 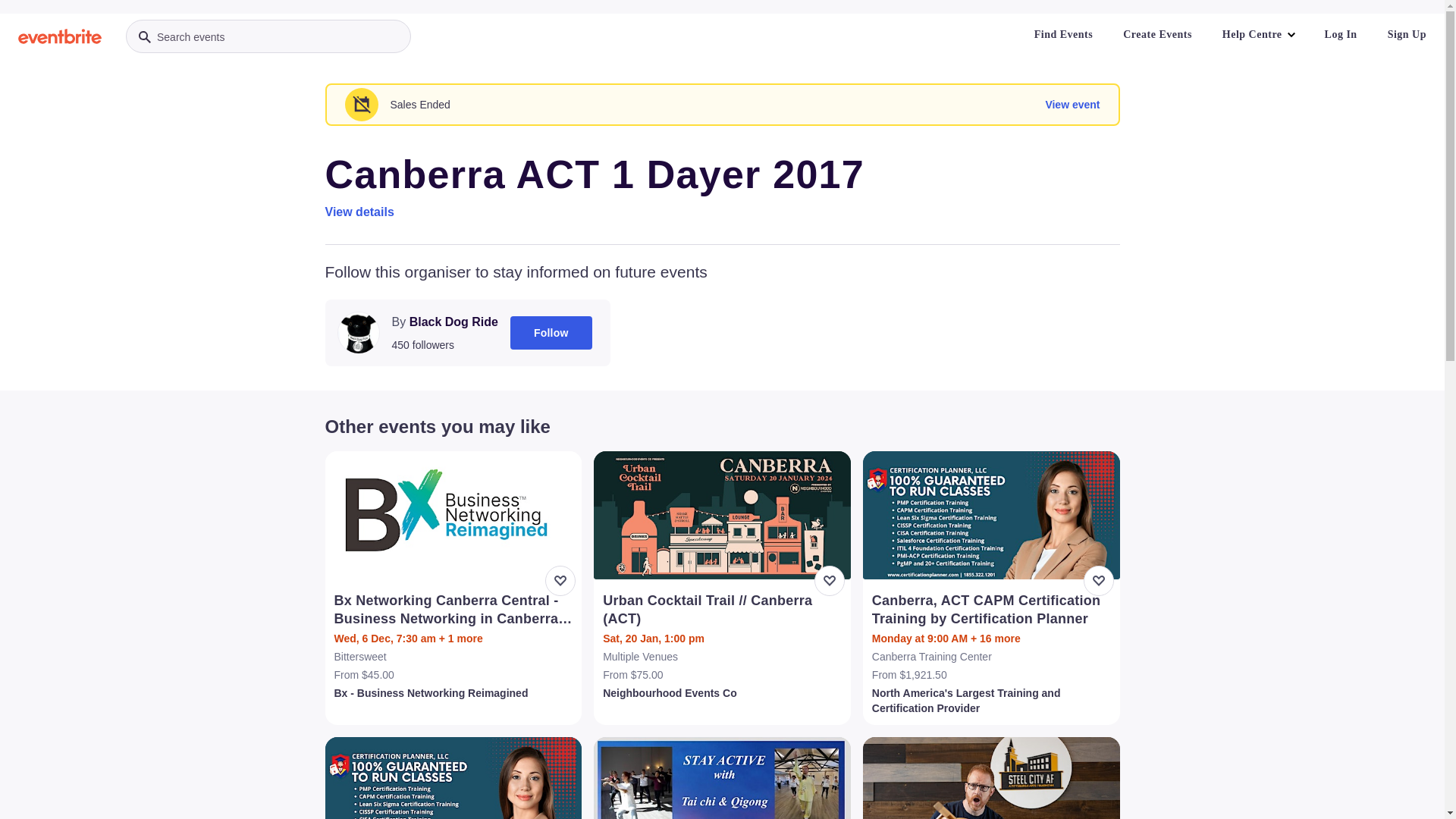 What do you see at coordinates (1341, 34) in the screenshot?
I see `'Log In'` at bounding box center [1341, 34].